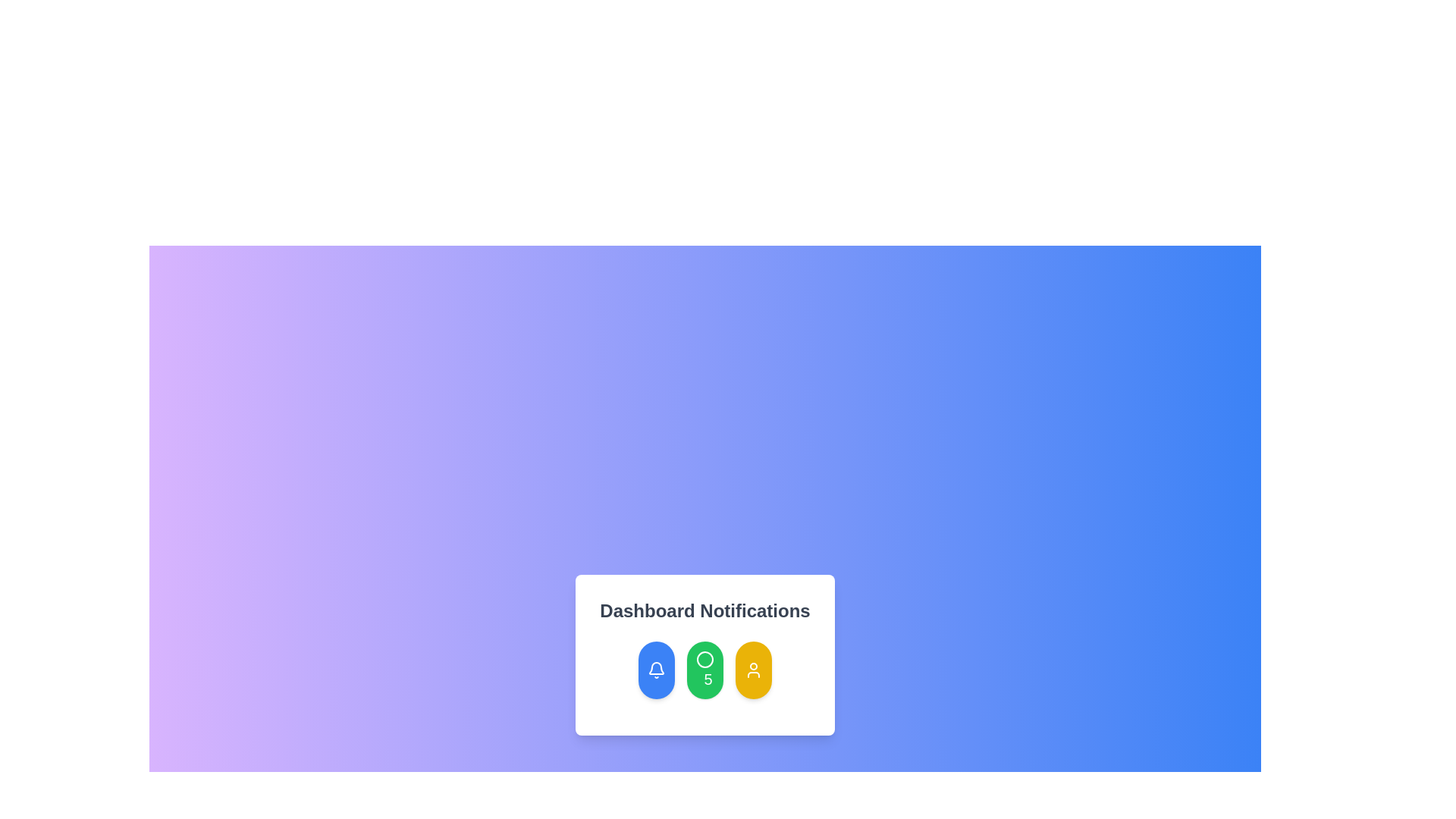  What do you see at coordinates (704, 659) in the screenshot?
I see `the circular SVG graphic element within the green button displaying the text '5', which is centrally positioned below 'Dashboard Notifications'` at bounding box center [704, 659].